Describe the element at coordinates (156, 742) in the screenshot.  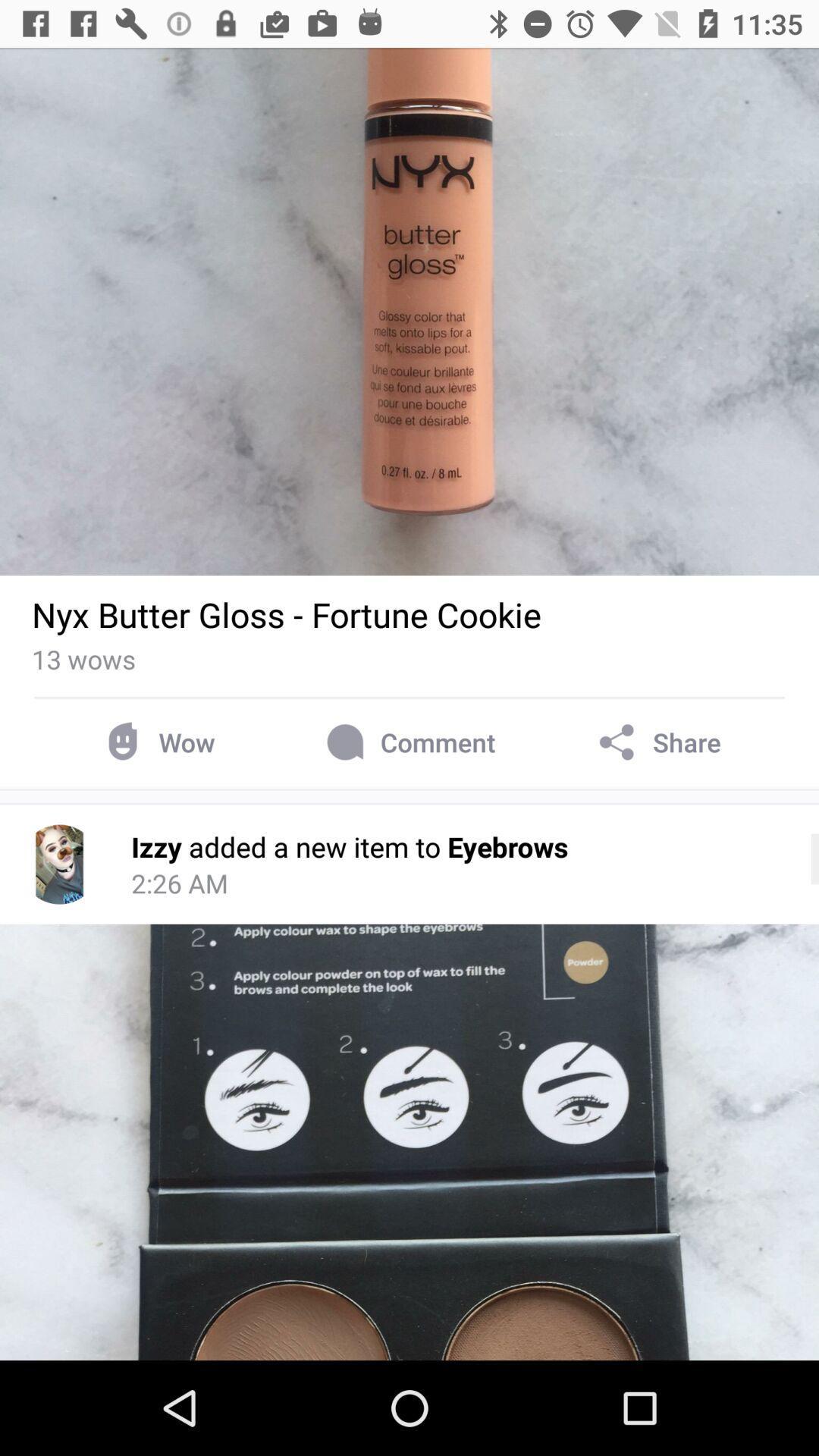
I see `the button wow beside comment` at that location.